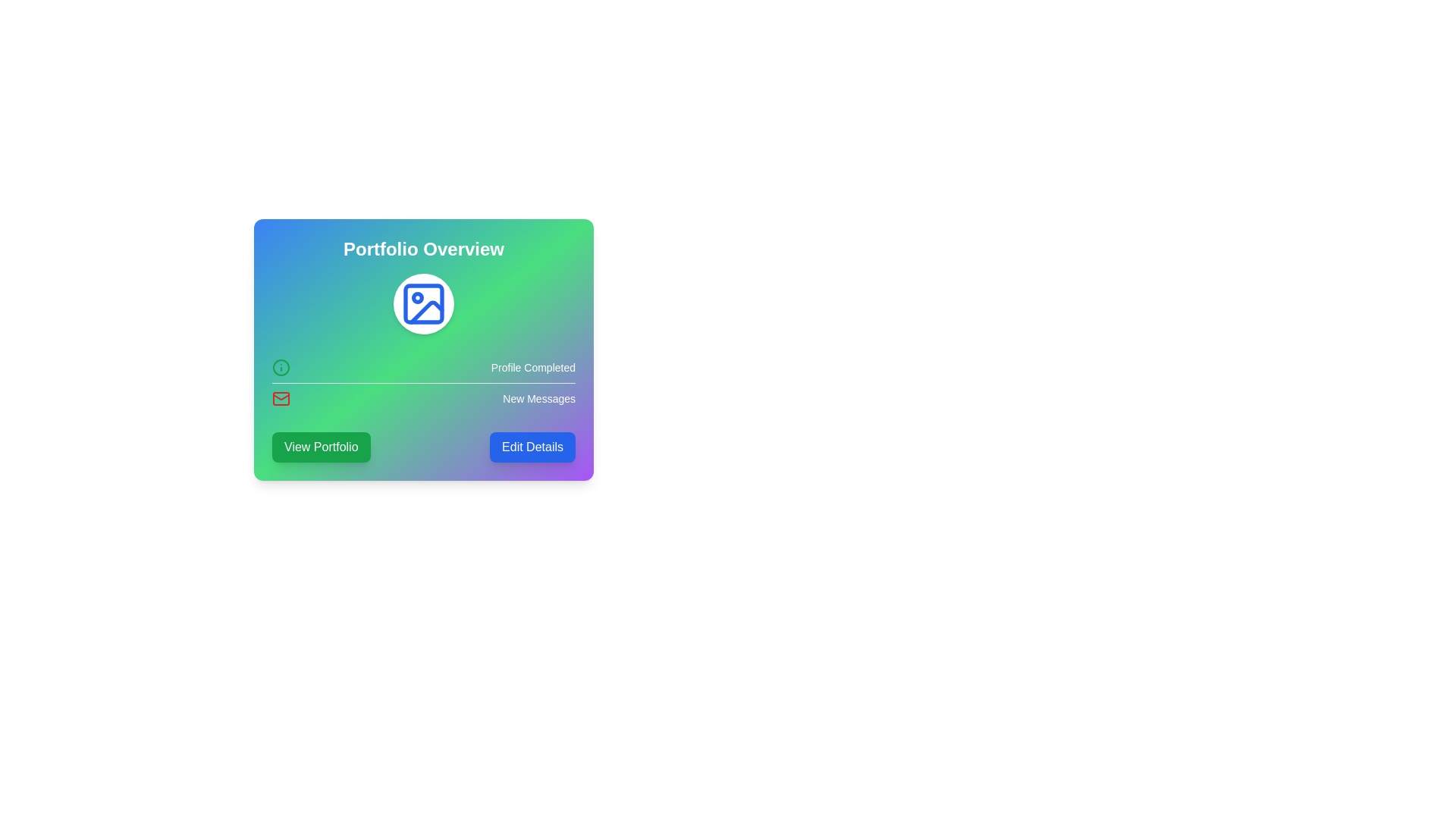 The image size is (1456, 819). I want to click on the 'Edit Details' button located to the right of the 'View Portfolio' button to initiate the edit action for profile or portfolio details, so click(532, 447).